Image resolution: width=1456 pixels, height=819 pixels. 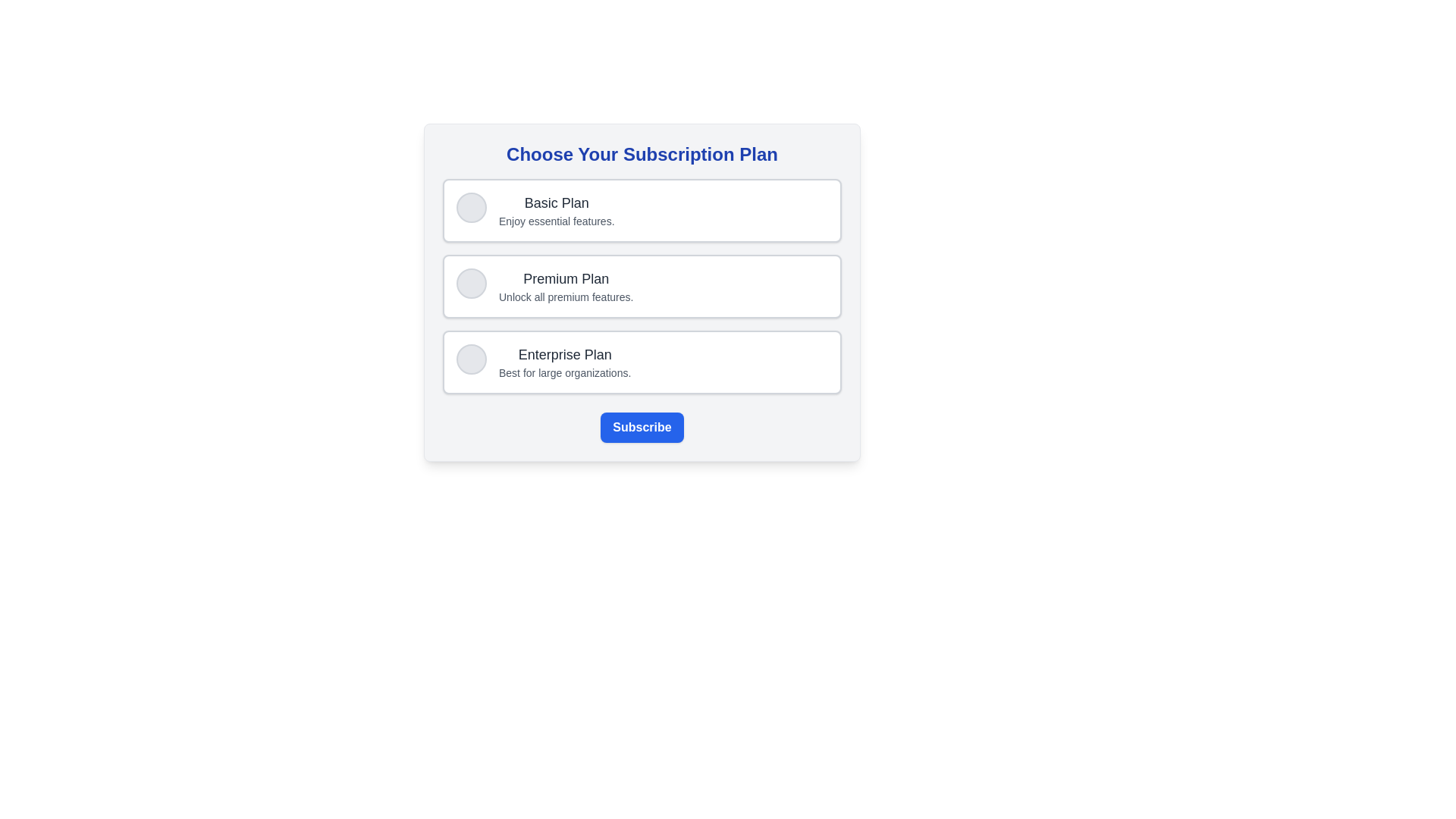 What do you see at coordinates (565, 297) in the screenshot?
I see `the label that describes the benefits of the Premium Plan option, which is located directly beneath the 'Premium Plan' heading` at bounding box center [565, 297].